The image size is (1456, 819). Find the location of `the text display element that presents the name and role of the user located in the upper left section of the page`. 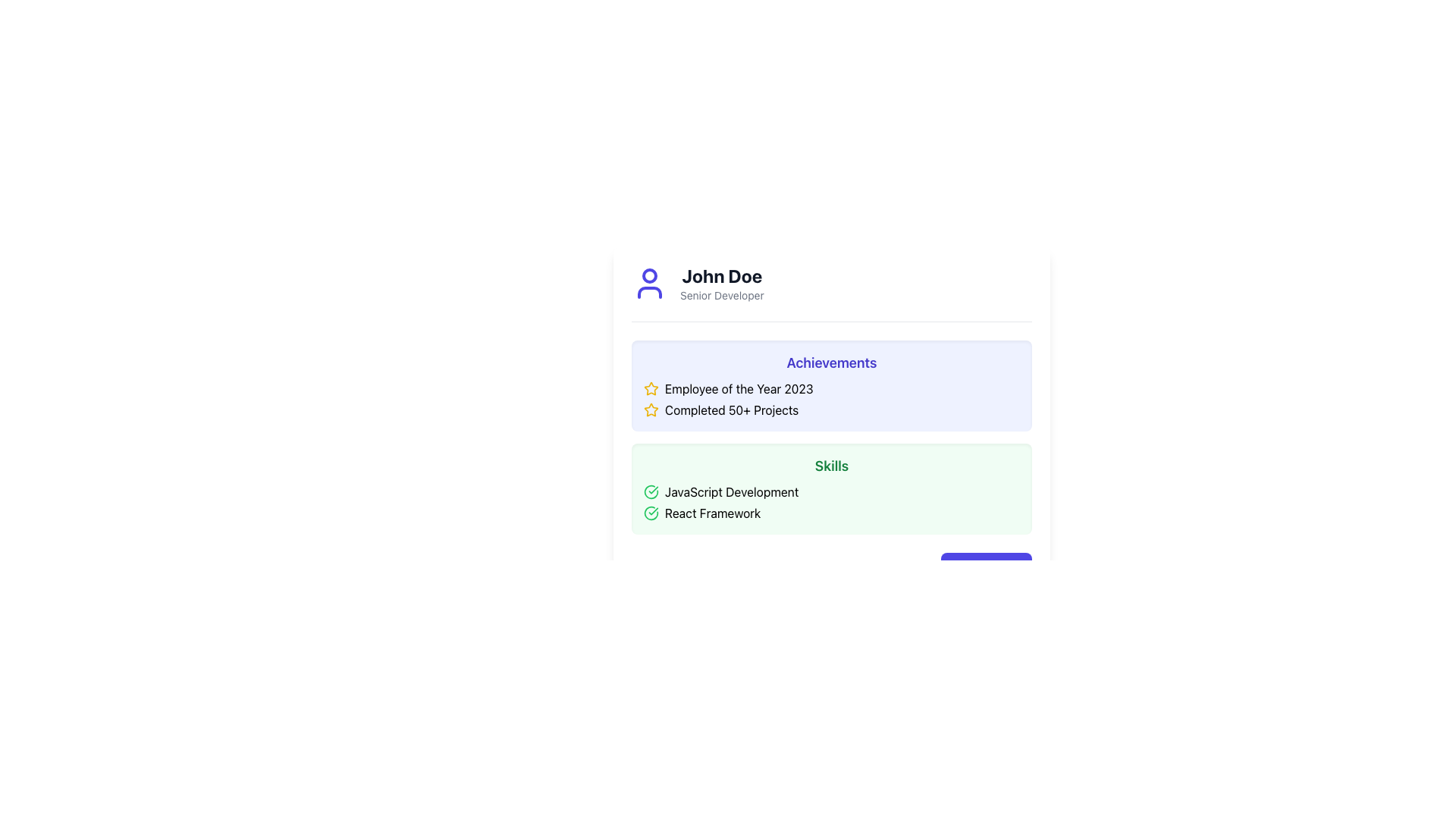

the text display element that presents the name and role of the user located in the upper left section of the page is located at coordinates (721, 284).